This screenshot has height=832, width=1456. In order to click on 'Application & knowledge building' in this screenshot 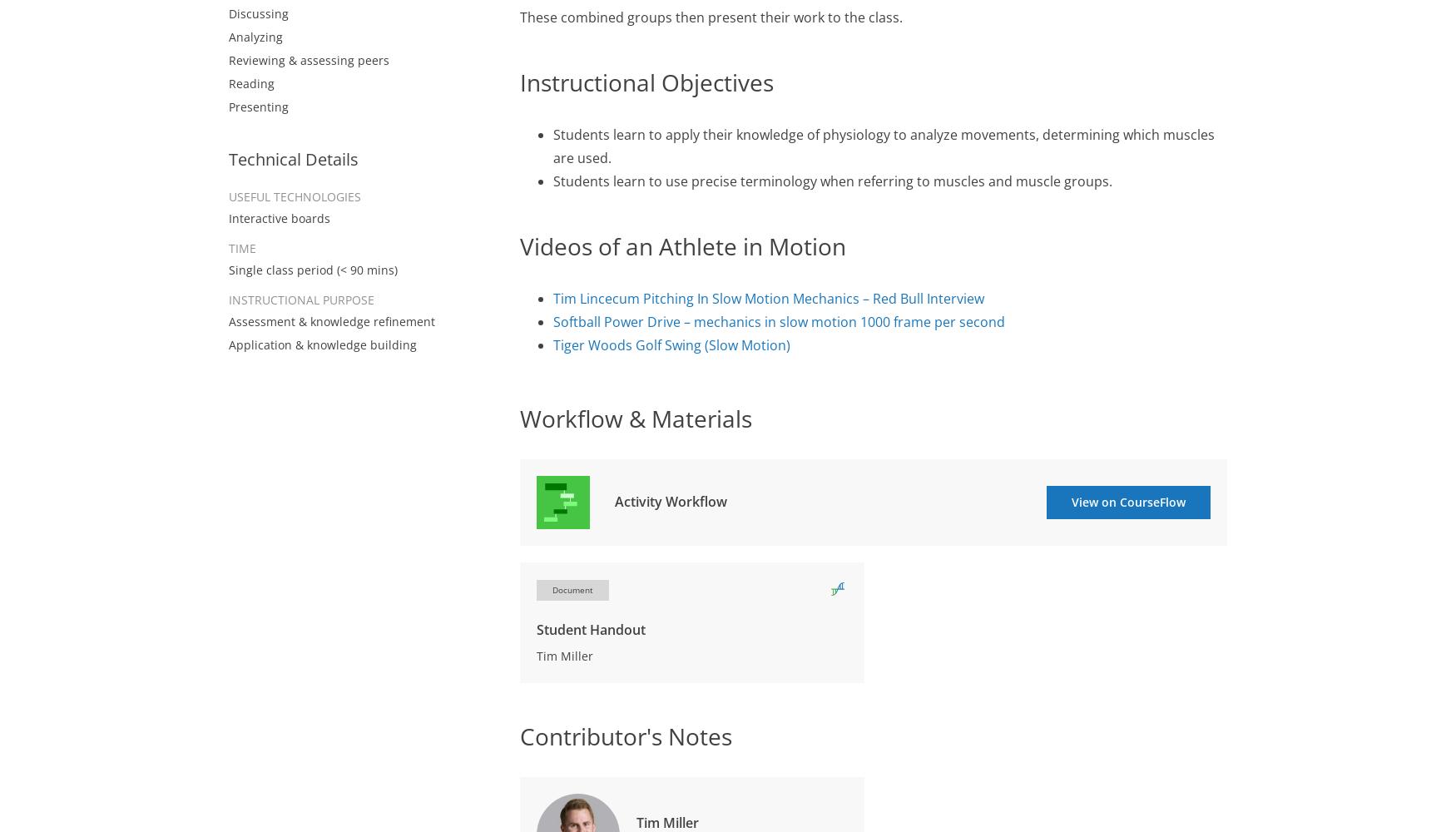, I will do `click(321, 344)`.